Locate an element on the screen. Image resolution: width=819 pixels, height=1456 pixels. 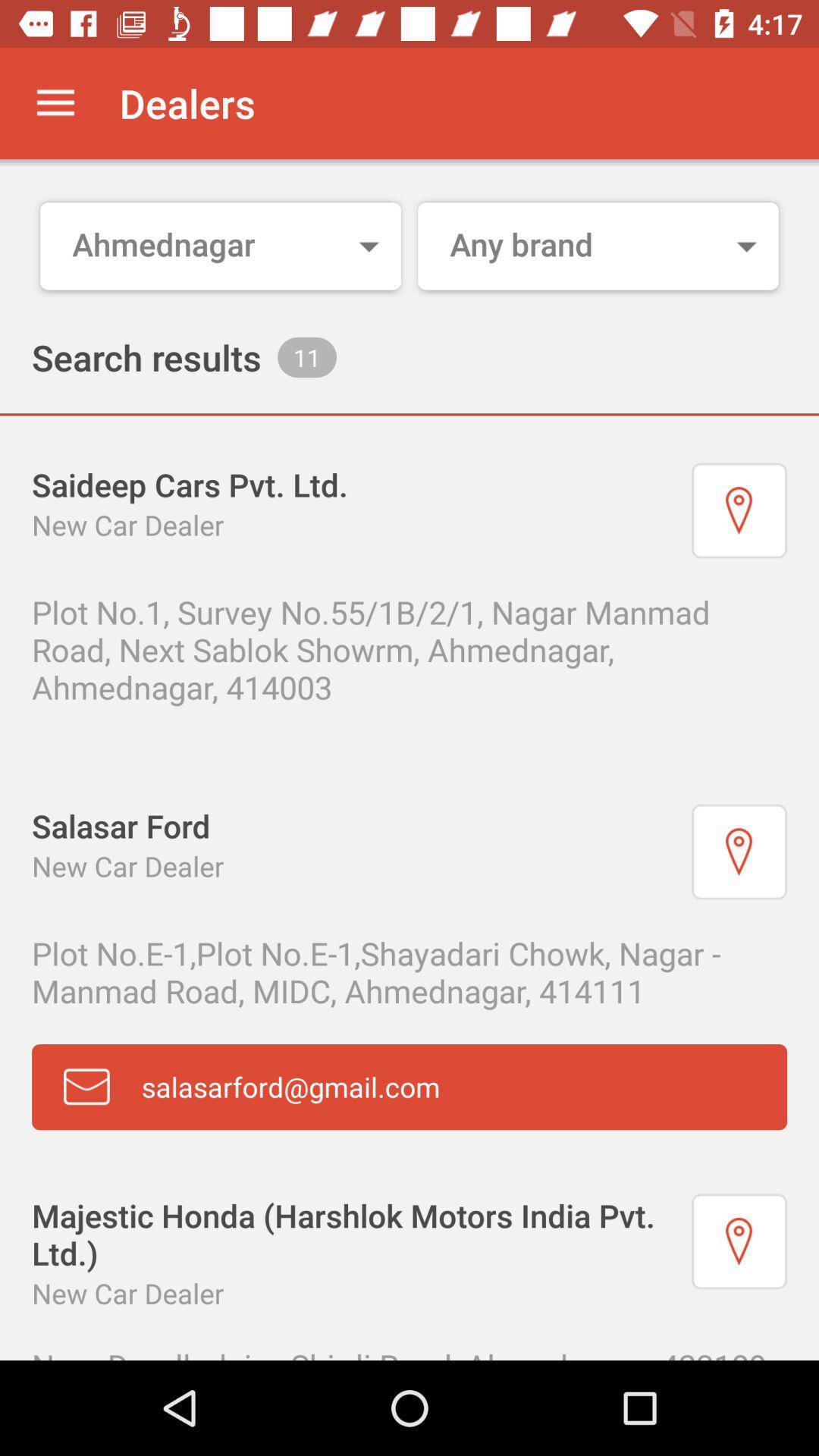
location is located at coordinates (739, 510).